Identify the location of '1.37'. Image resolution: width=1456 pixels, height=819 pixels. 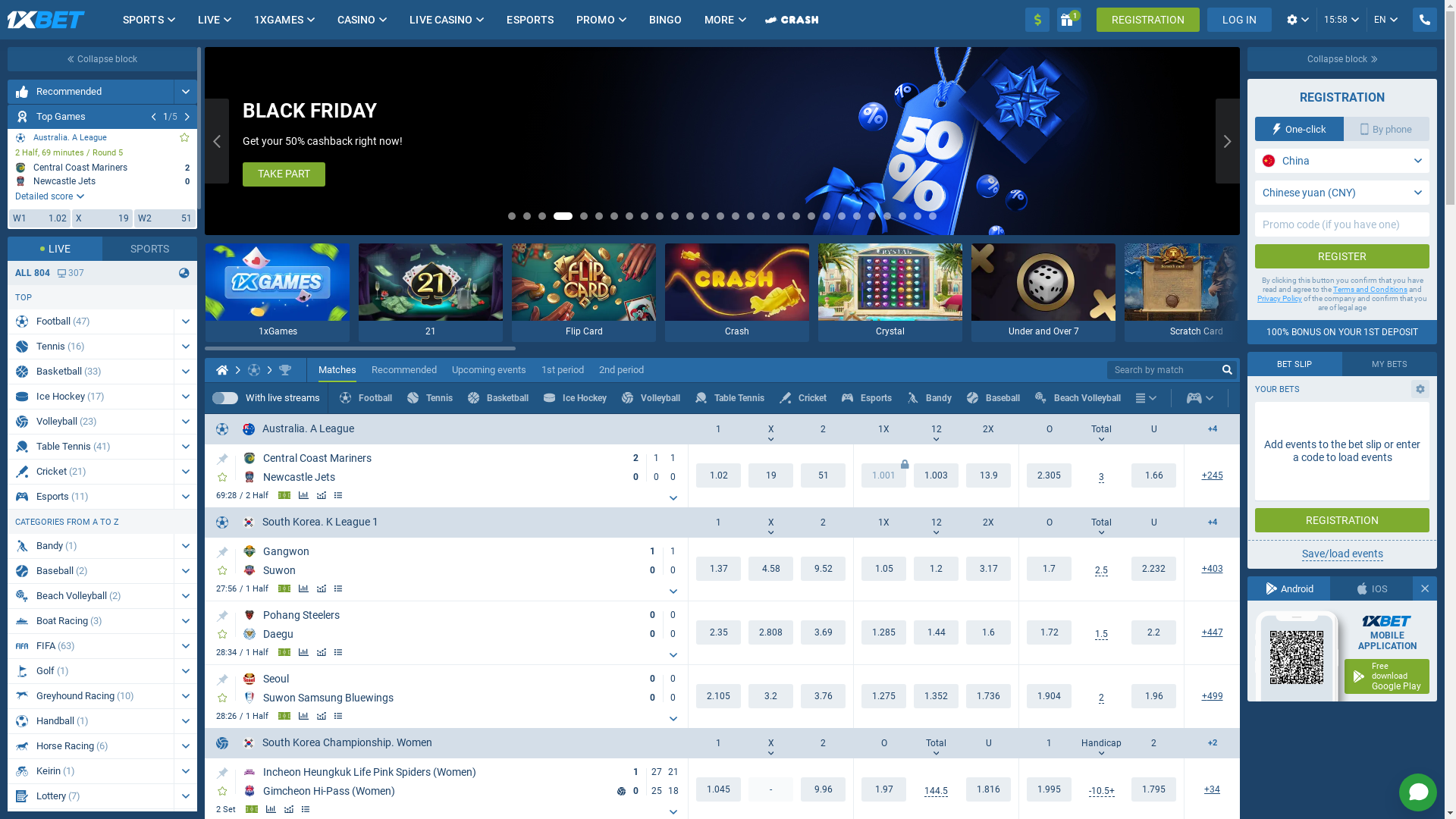
(717, 568).